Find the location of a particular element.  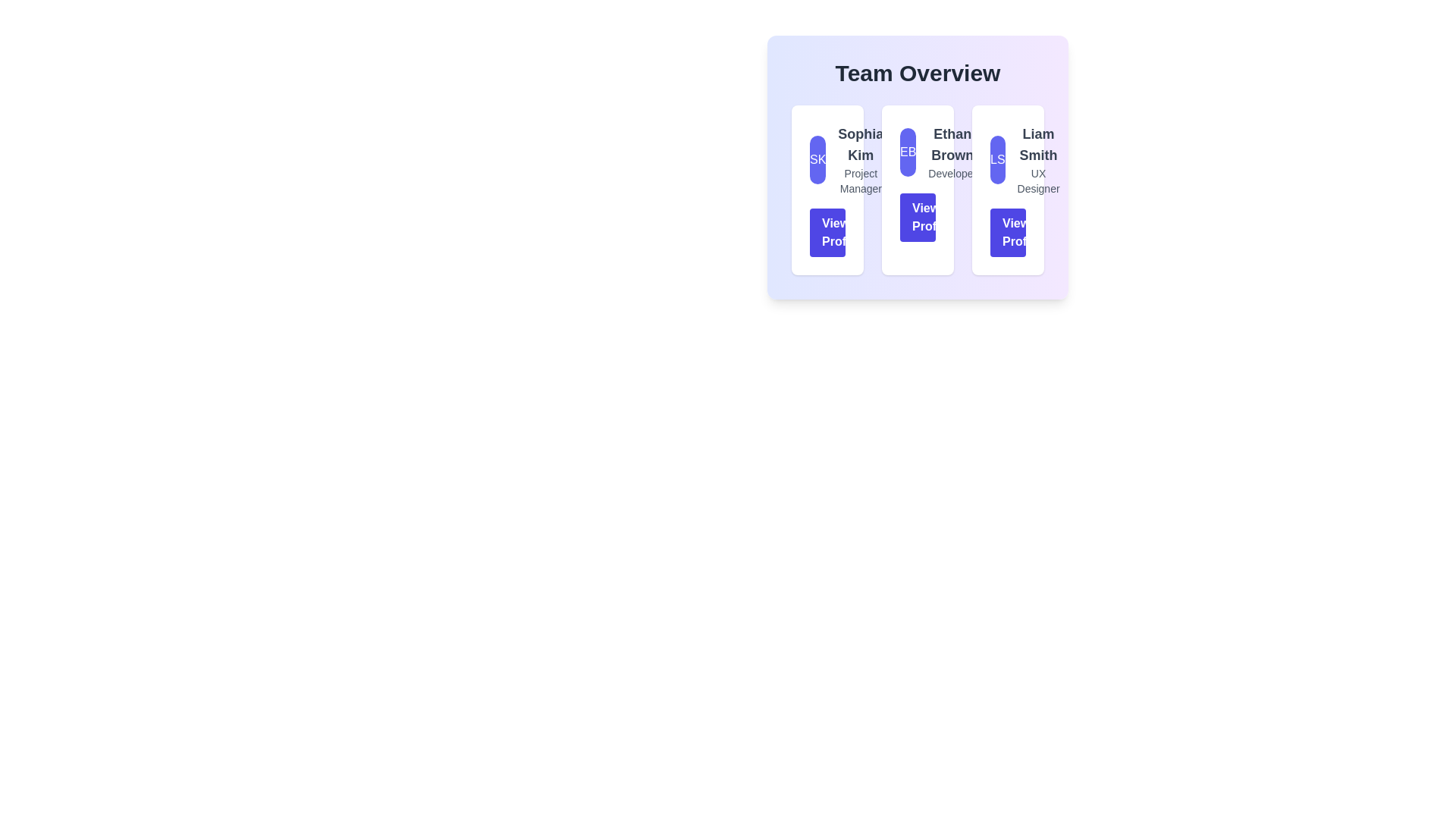

the button at the bottom of Liam Smith's card is located at coordinates (1008, 233).